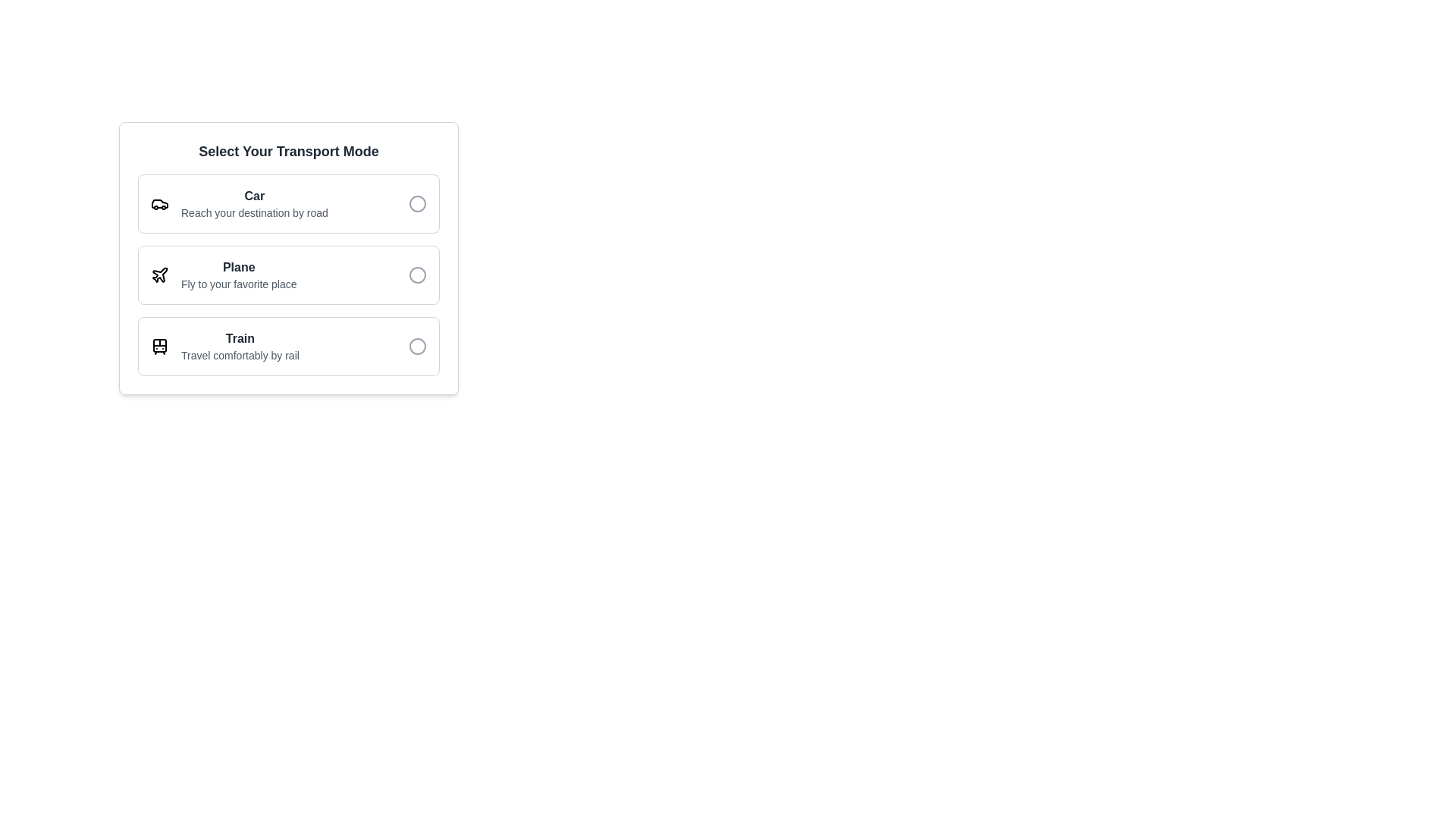  Describe the element at coordinates (160, 345) in the screenshot. I see `the rectangle component resembling a window or panel within the 'Train' icon, located in the middle upper section of the icon` at that location.